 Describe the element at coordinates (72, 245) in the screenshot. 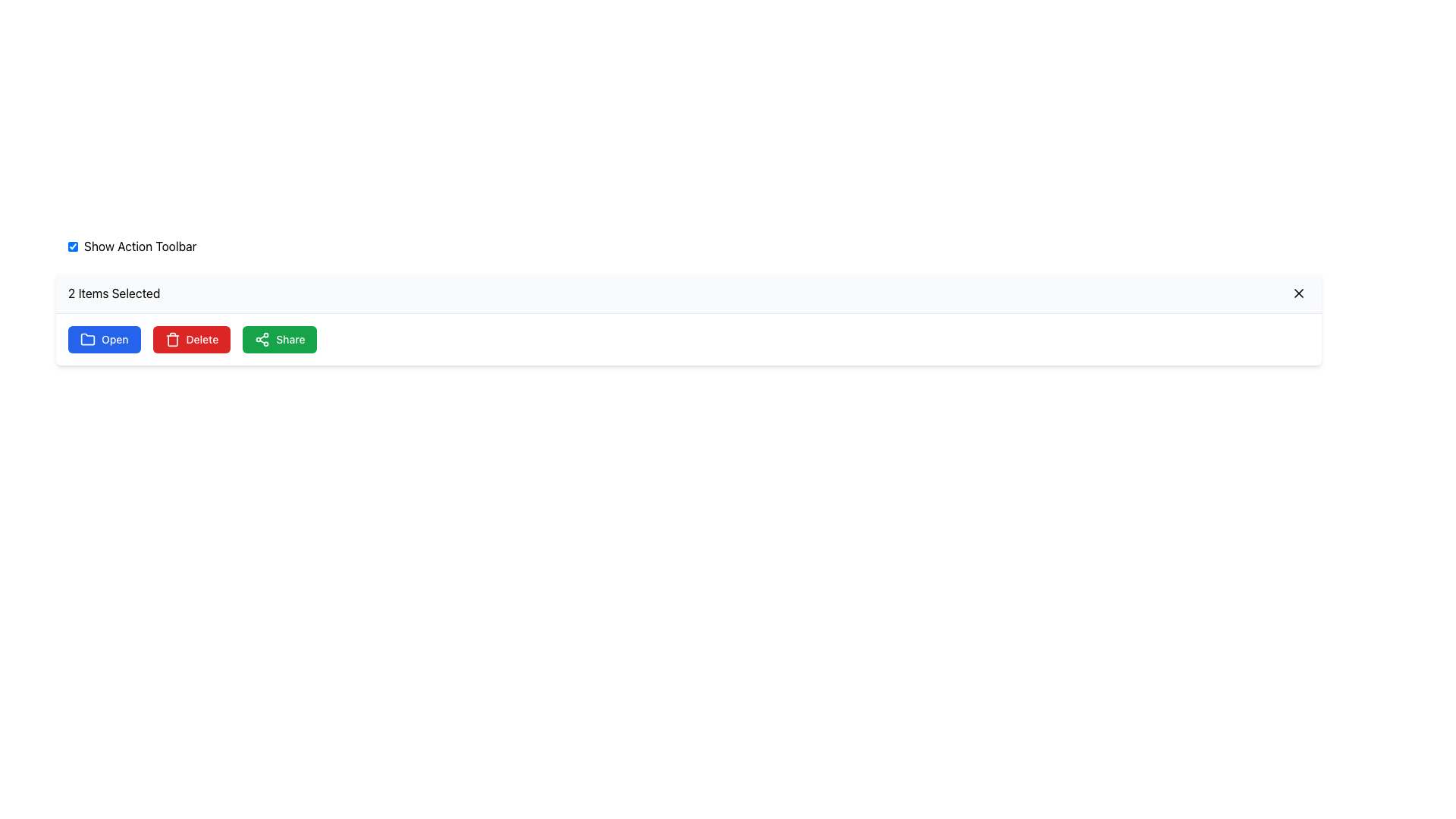

I see `the blue styled checkbox located to the left of the 'Show Action Toolbar' label` at that location.